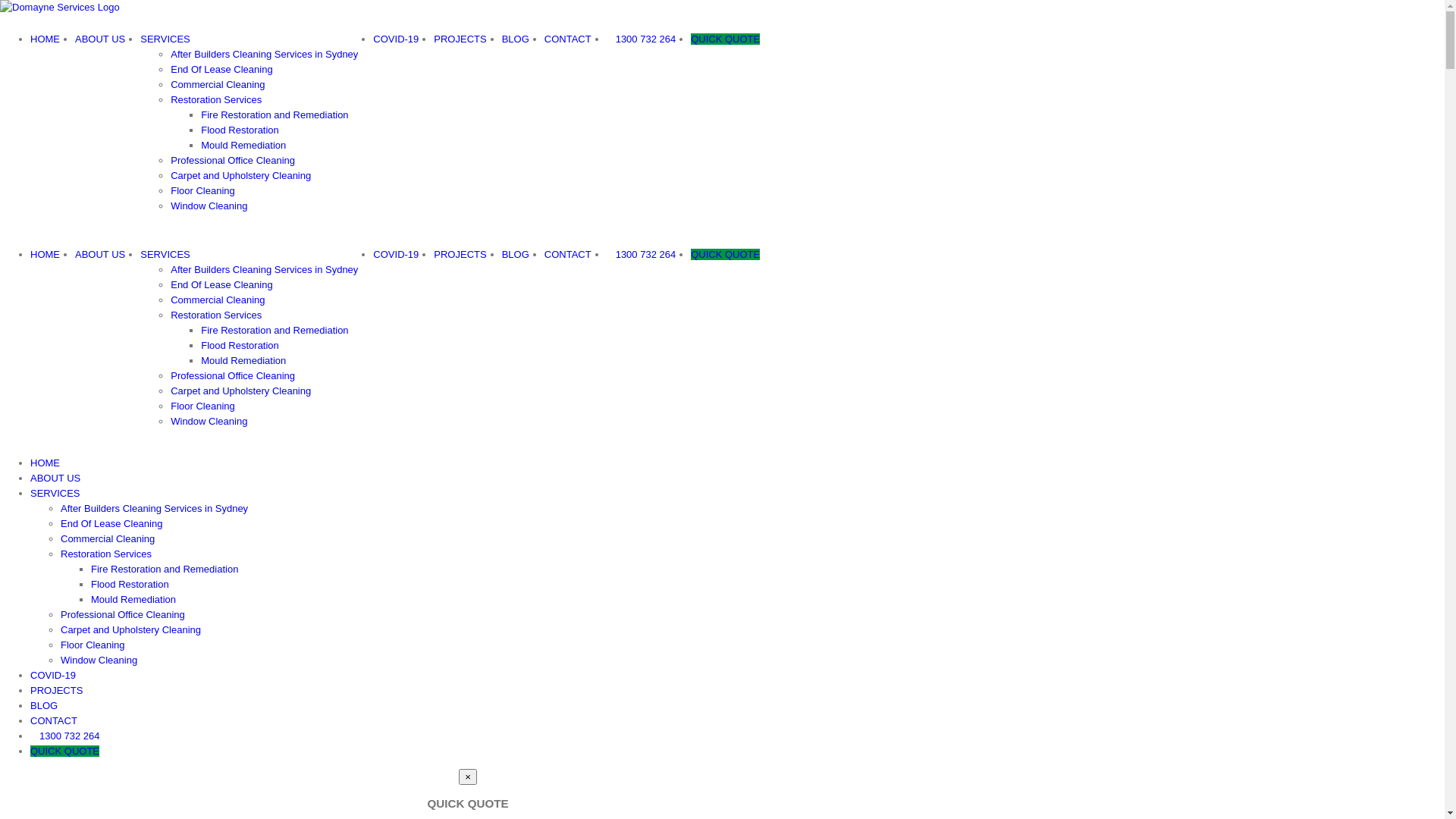  I want to click on 'Mould Remediation', so click(243, 145).